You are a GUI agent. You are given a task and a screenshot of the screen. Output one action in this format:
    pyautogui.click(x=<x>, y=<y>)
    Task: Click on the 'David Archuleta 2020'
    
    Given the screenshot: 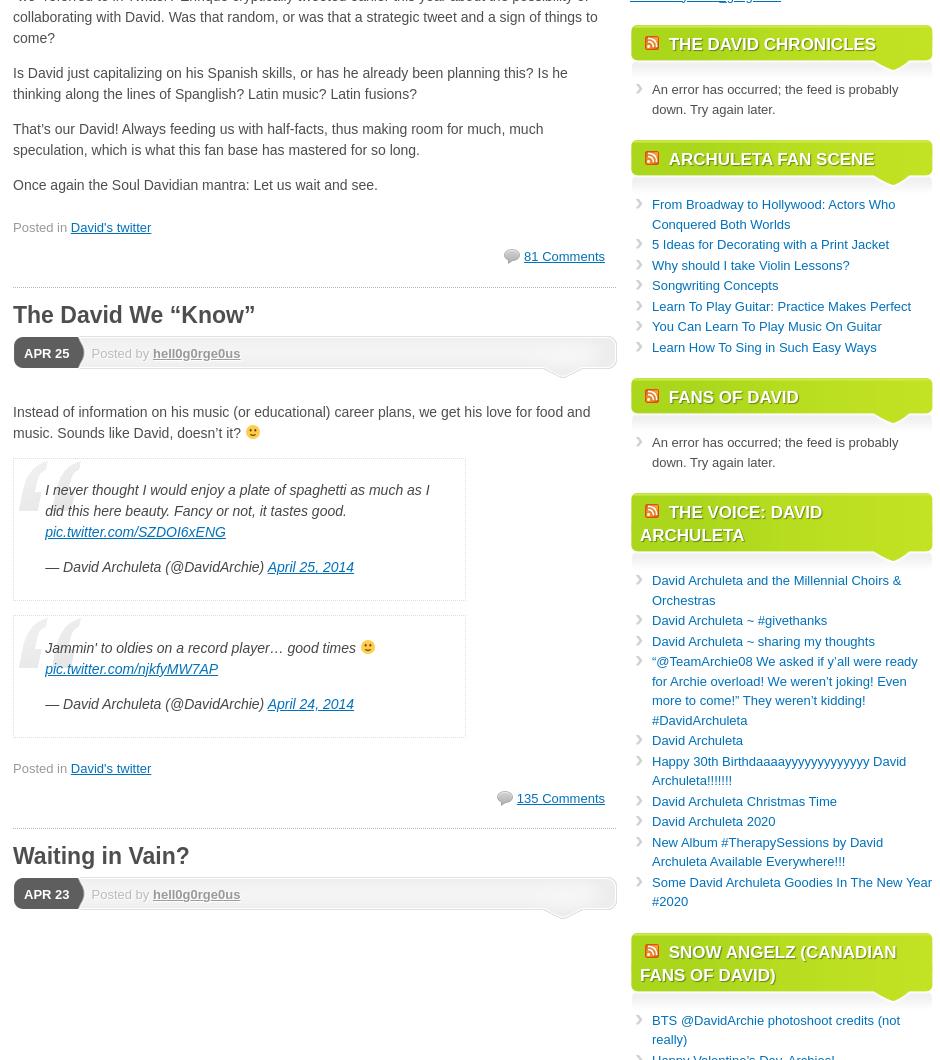 What is the action you would take?
    pyautogui.click(x=713, y=821)
    